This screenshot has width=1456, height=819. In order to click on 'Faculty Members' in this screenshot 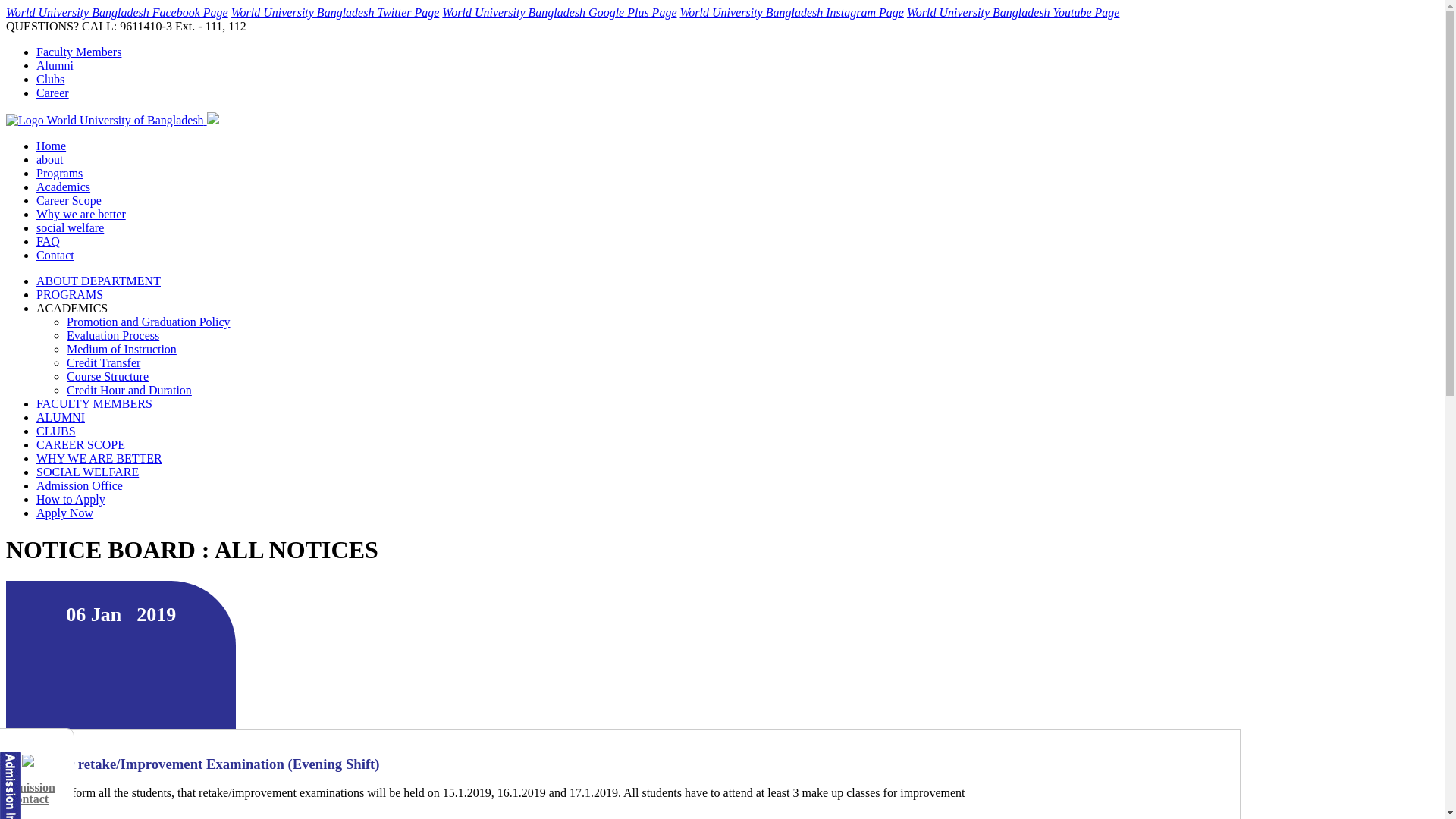, I will do `click(78, 51)`.